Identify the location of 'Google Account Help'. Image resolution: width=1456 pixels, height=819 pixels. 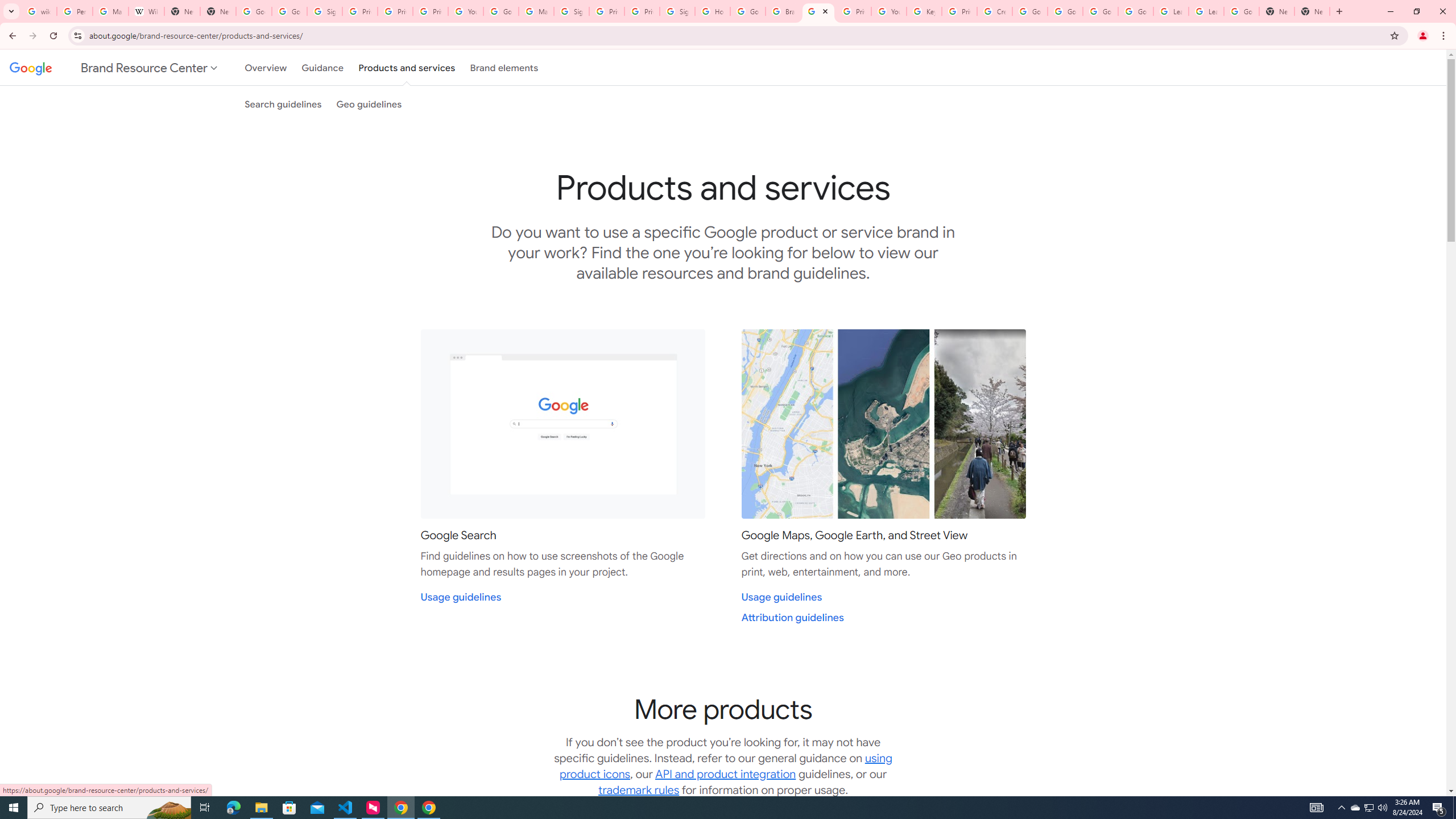
(1064, 11).